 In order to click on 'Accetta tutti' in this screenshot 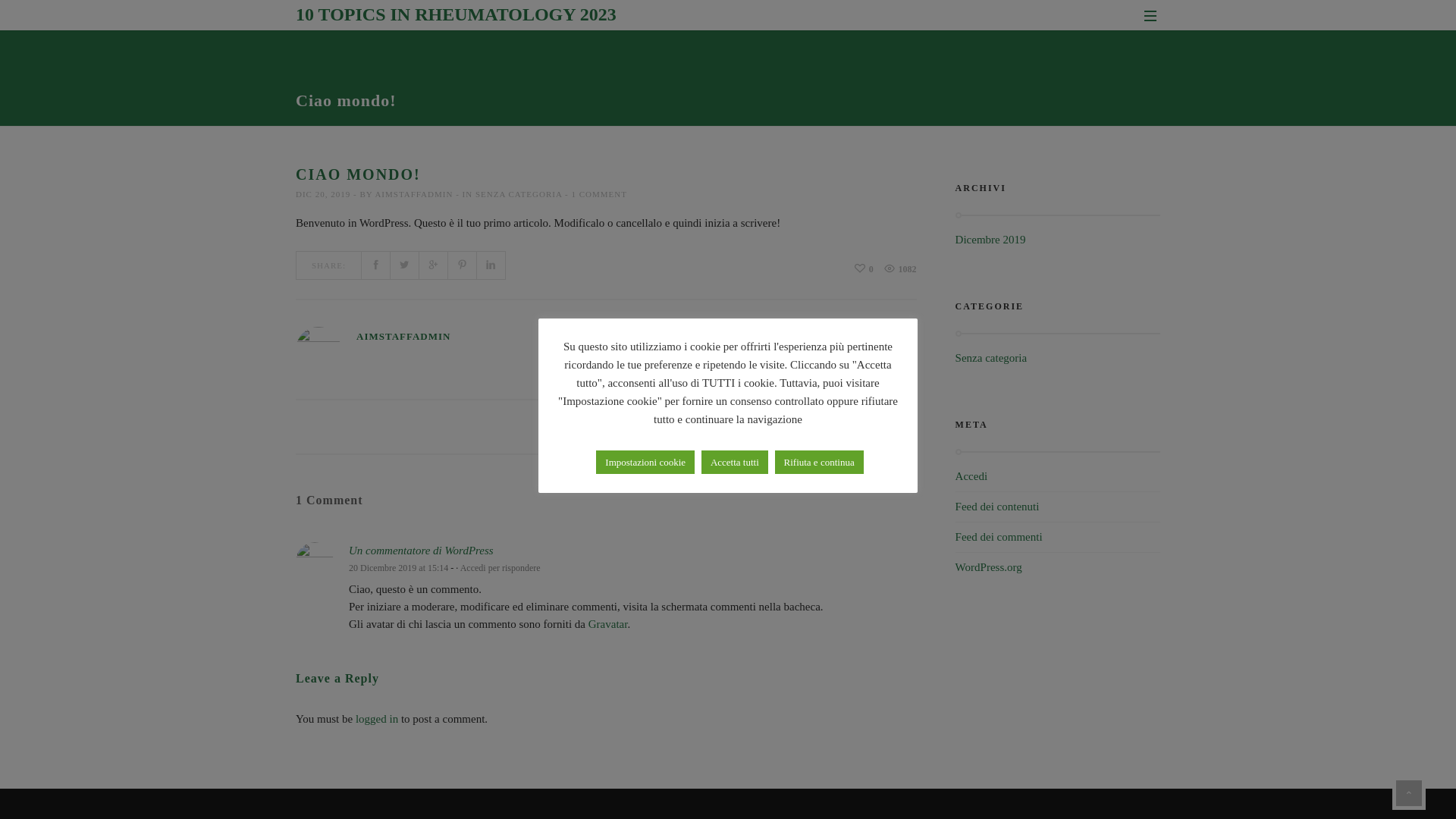, I will do `click(735, 461)`.